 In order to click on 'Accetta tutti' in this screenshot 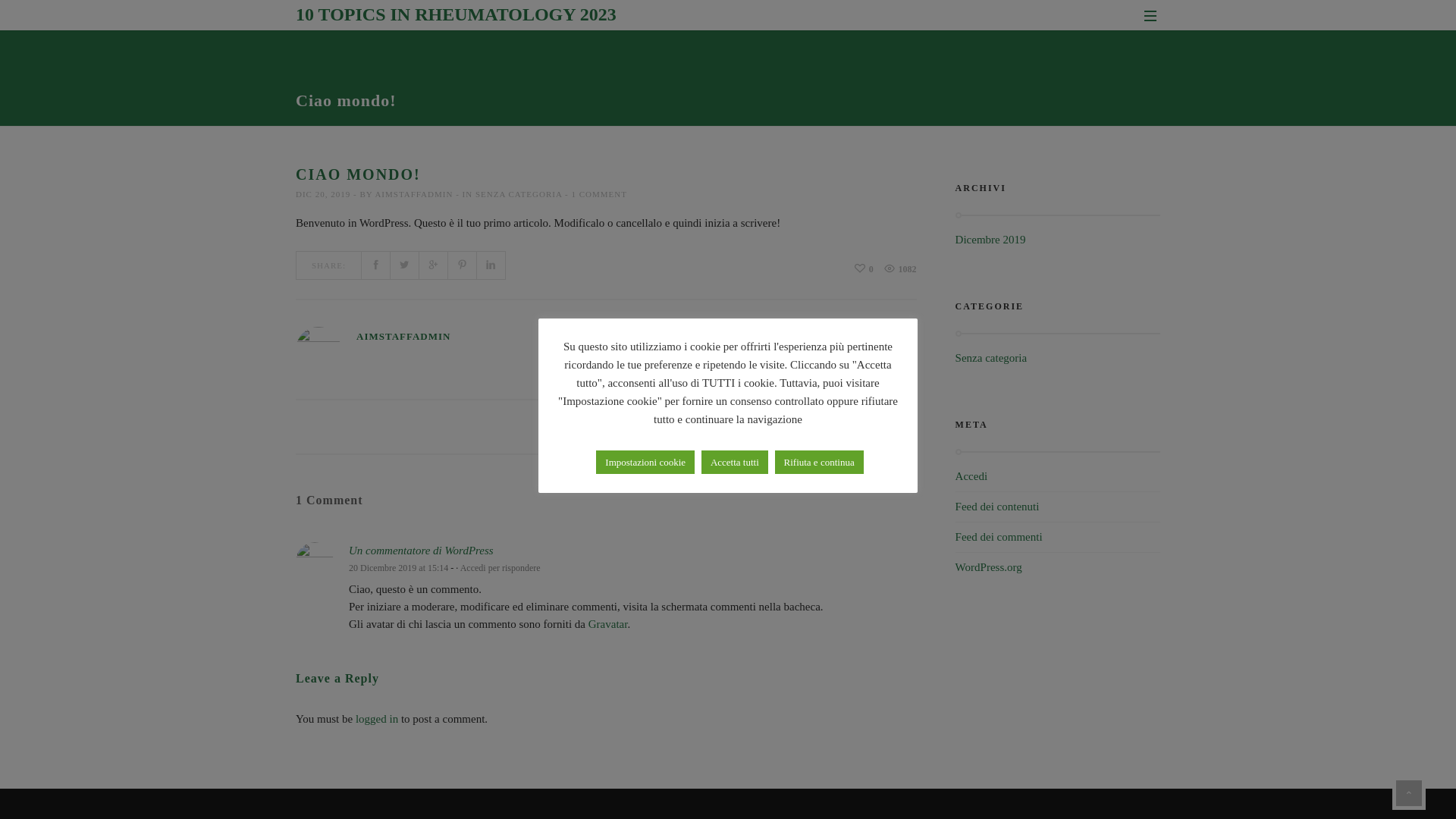, I will do `click(735, 461)`.